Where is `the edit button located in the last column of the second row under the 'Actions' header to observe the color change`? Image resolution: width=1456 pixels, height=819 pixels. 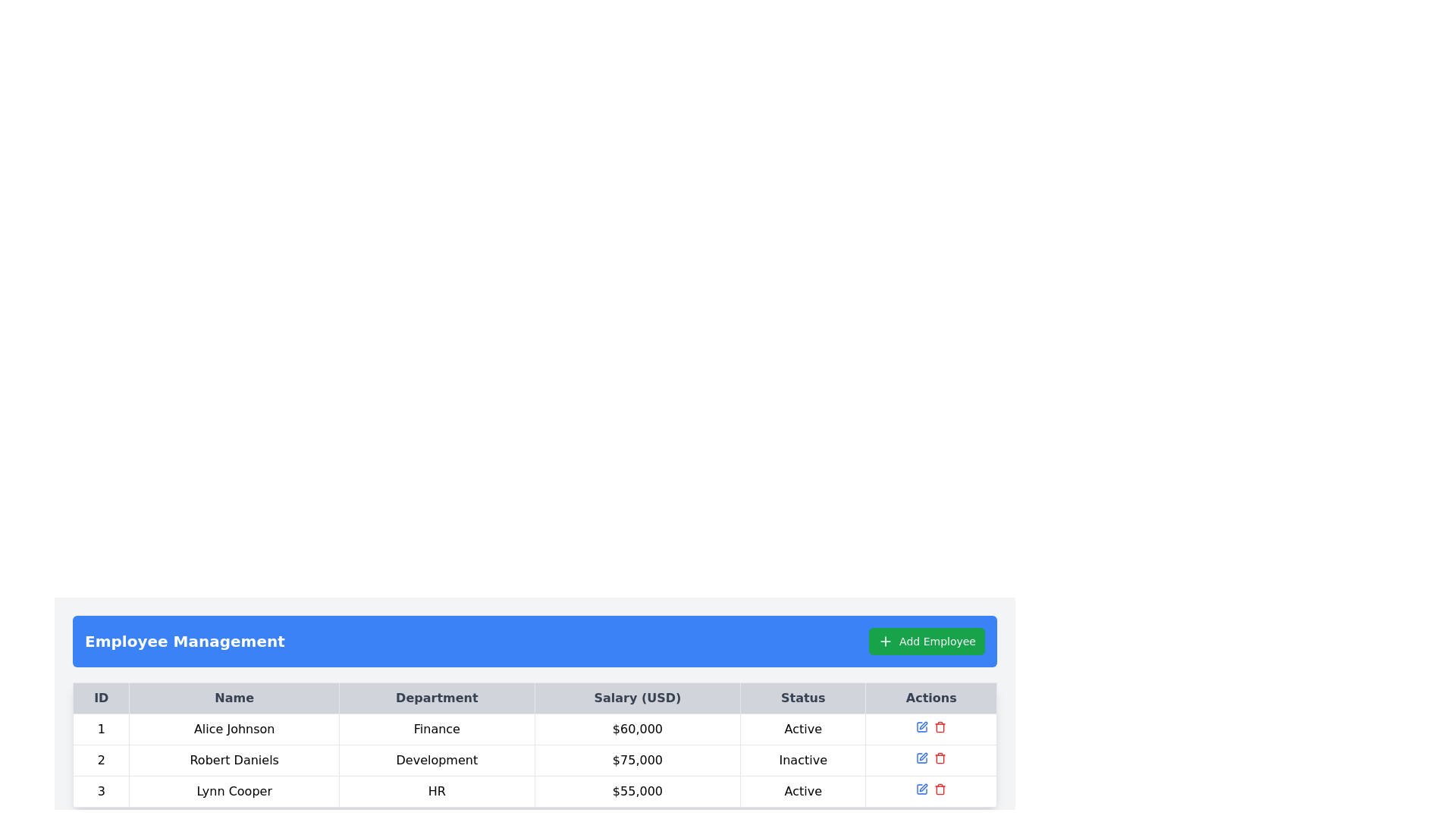 the edit button located in the last column of the second row under the 'Actions' header to observe the color change is located at coordinates (921, 758).